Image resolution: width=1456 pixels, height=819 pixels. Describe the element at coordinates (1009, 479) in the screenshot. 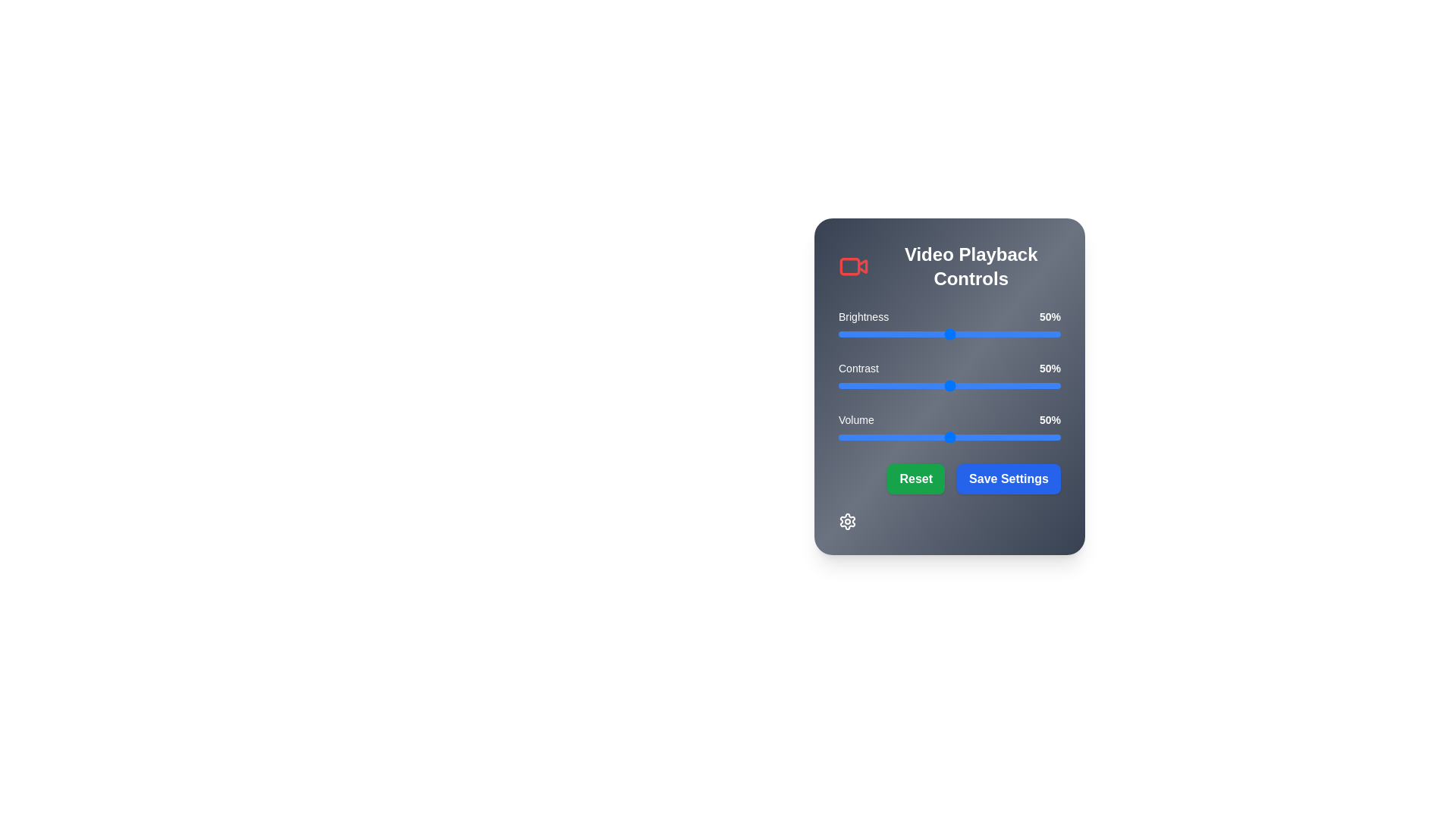

I see `the confirmation button located at the bottom right of the 'Video Playback Controls' card` at that location.